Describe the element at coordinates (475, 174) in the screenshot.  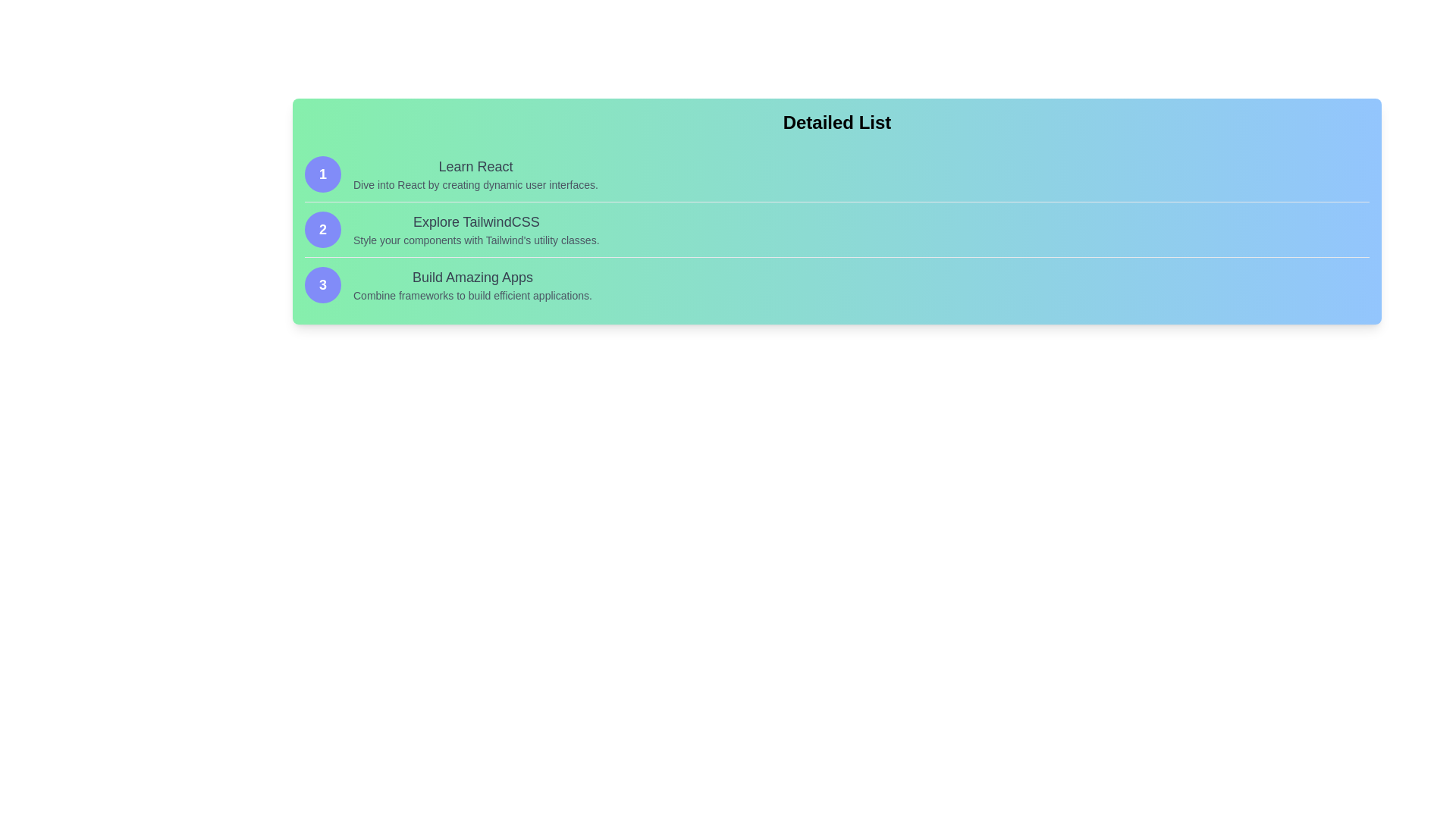
I see `the text block that provides a title and summary of the first React-related topic in the educational list, located under the 'Detailed List' heading` at that location.